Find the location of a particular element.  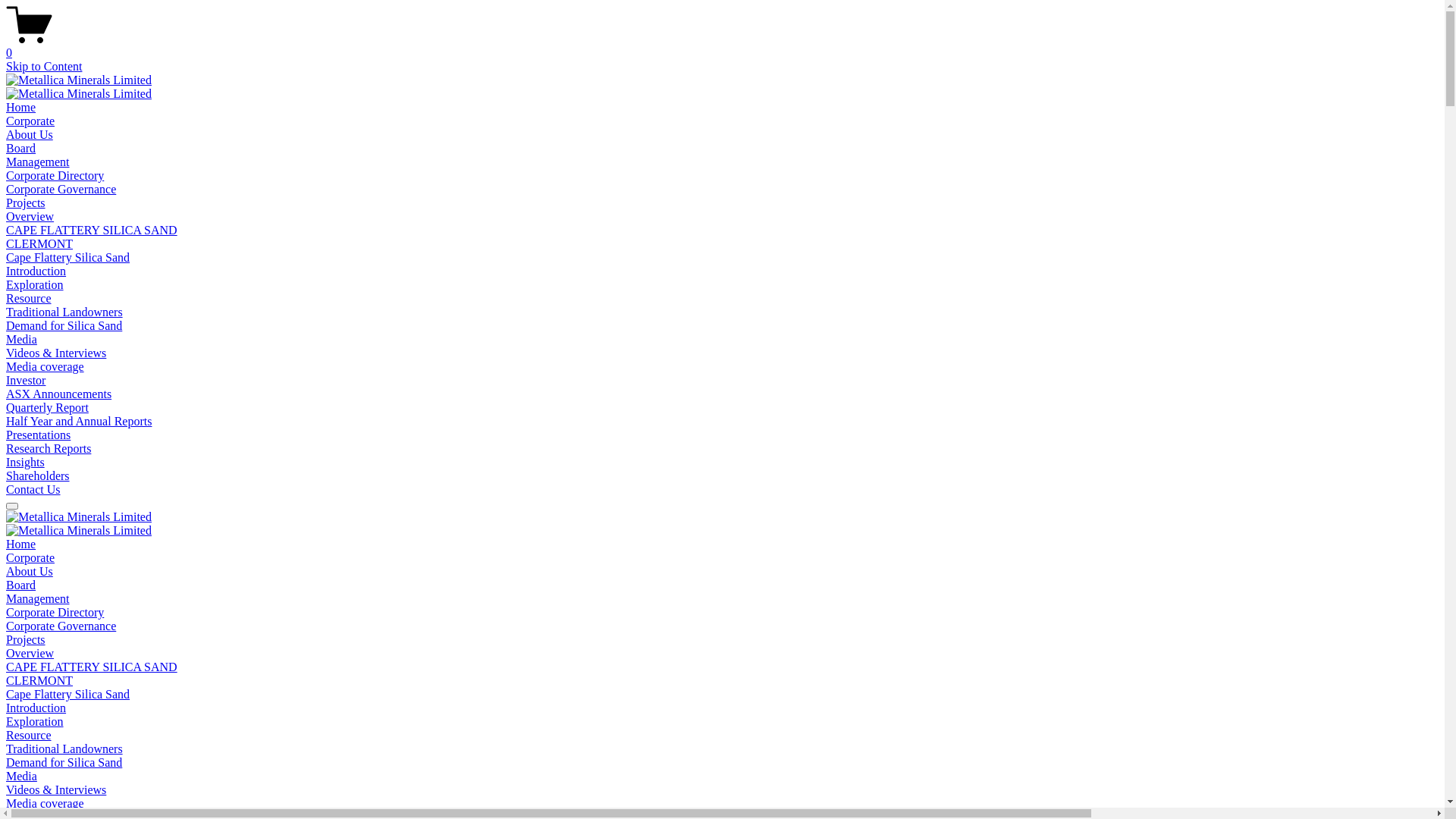

'Corporate Governance' is located at coordinates (61, 626).